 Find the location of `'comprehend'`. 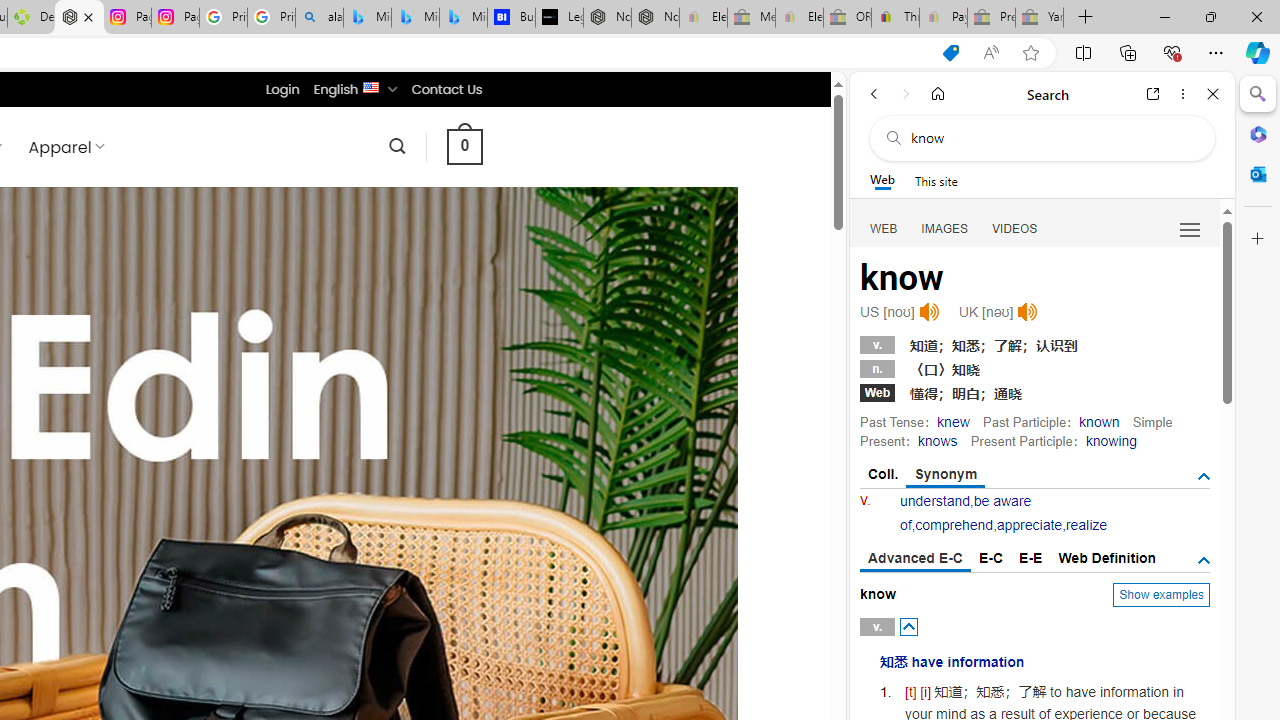

'comprehend' is located at coordinates (953, 524).